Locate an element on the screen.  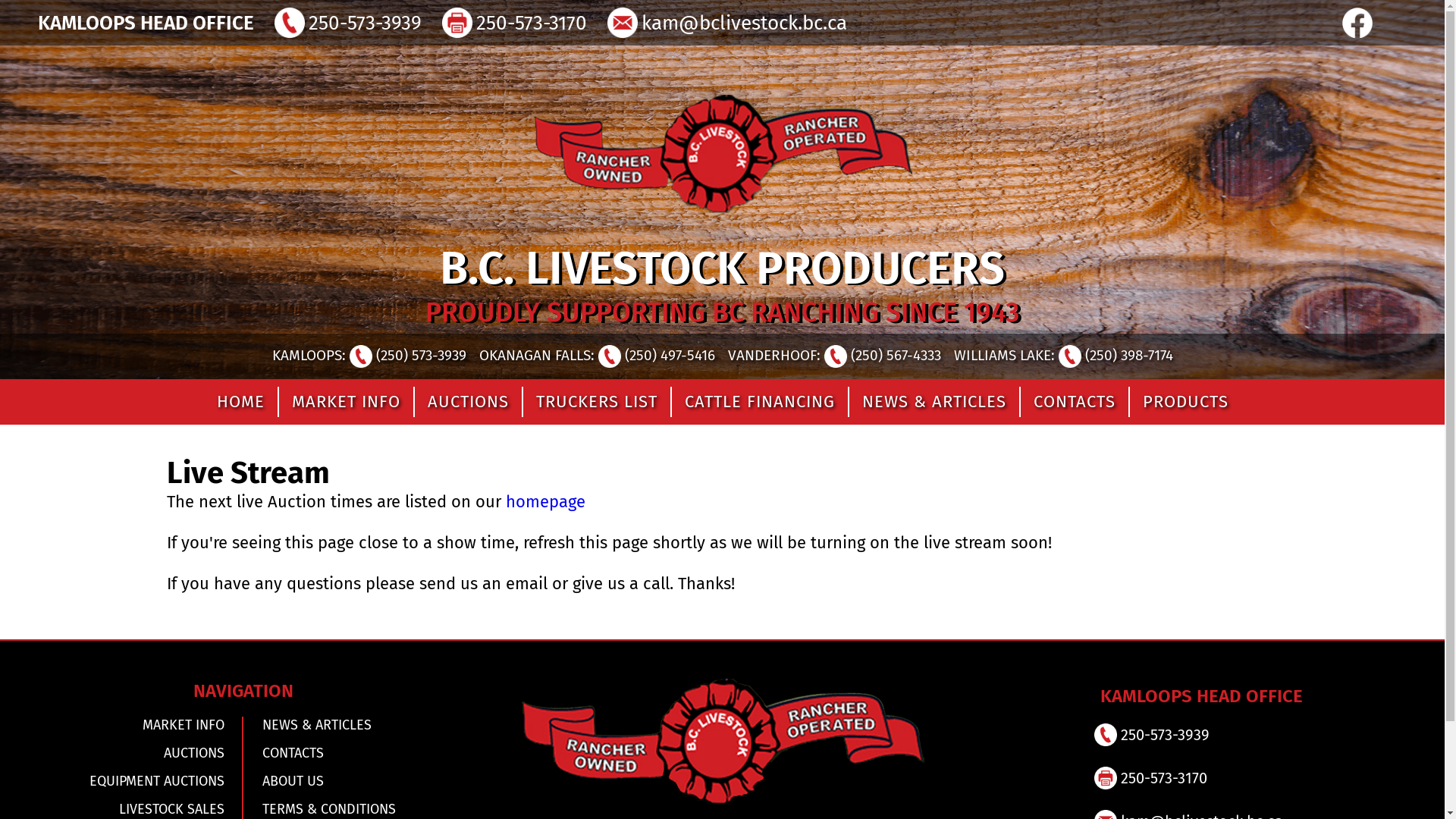
'MARKET INFO' is located at coordinates (130, 724).